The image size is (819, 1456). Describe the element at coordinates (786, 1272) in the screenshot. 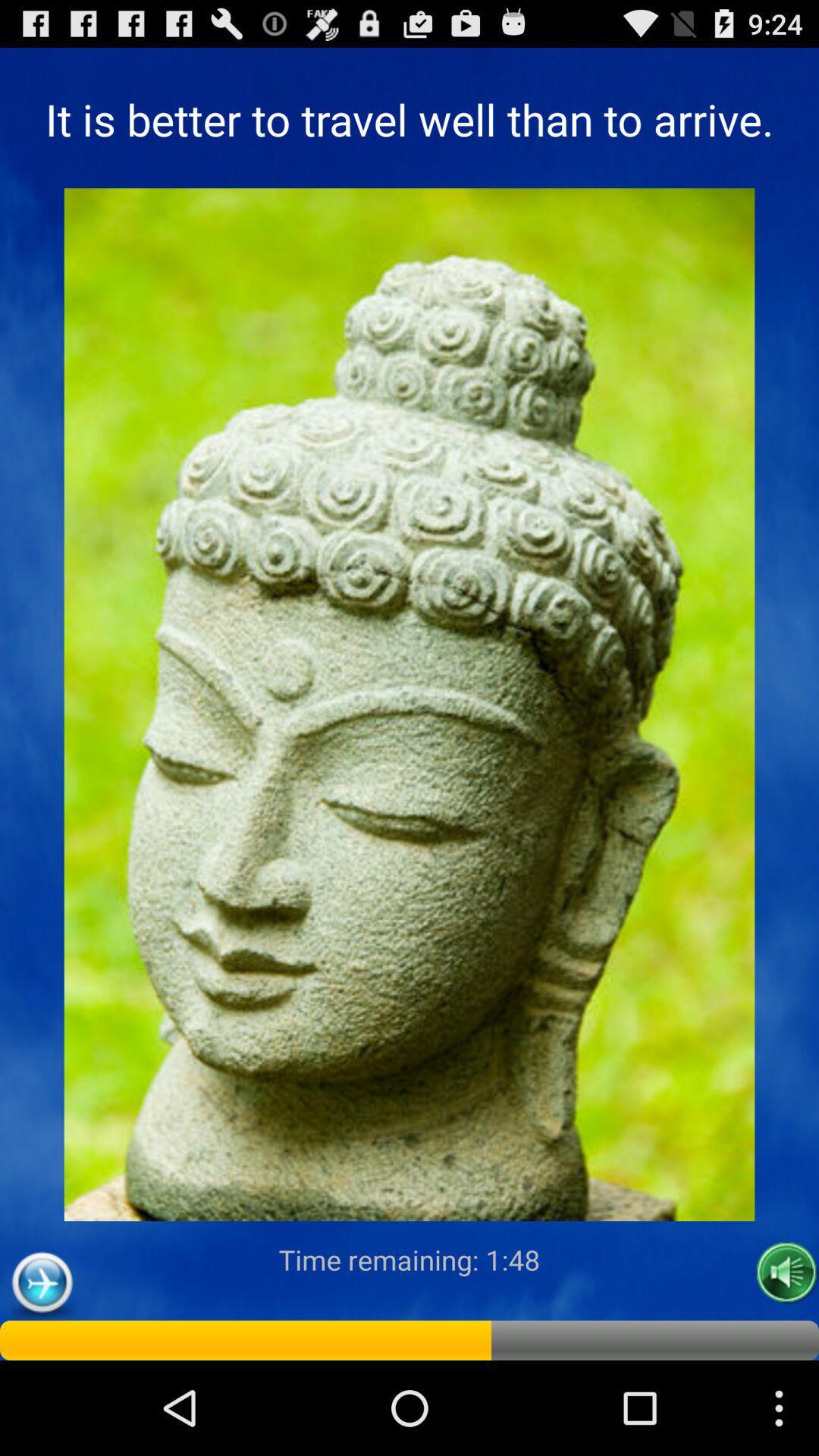

I see `the app to the right of time remaining 1 app` at that location.